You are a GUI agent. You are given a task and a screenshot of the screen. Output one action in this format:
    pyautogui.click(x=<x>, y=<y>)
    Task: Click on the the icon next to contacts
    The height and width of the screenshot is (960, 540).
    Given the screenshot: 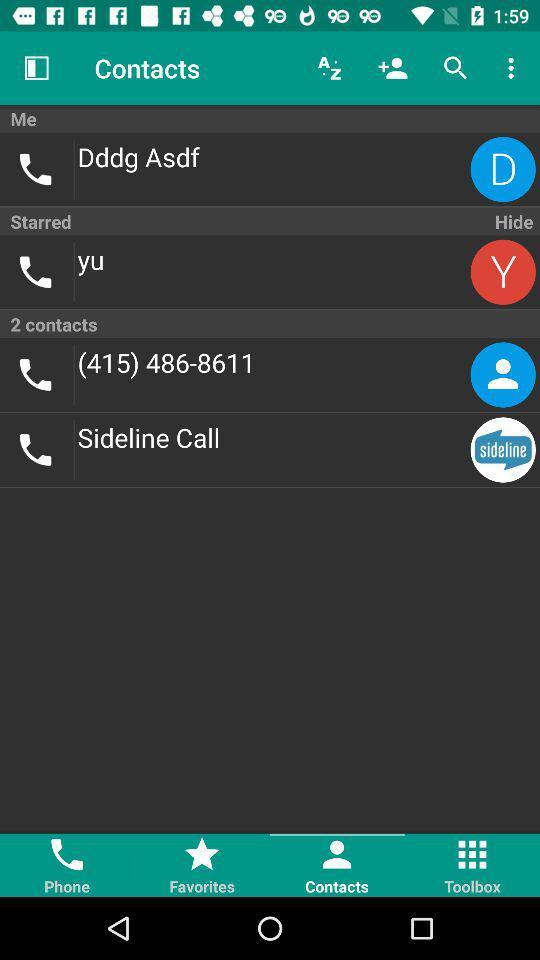 What is the action you would take?
    pyautogui.click(x=329, y=68)
    